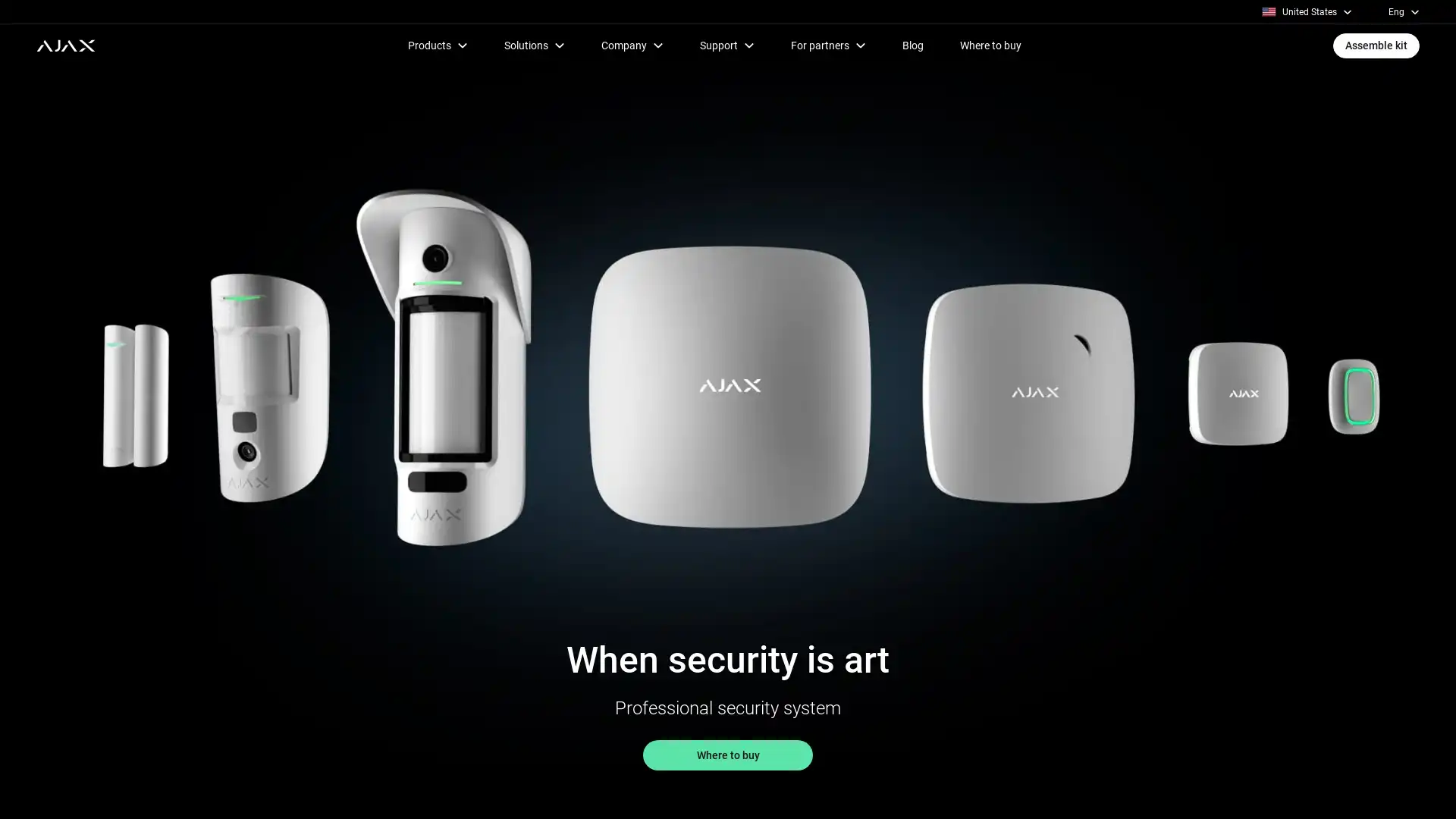 This screenshot has width=1456, height=819. I want to click on Company, so click(632, 45).